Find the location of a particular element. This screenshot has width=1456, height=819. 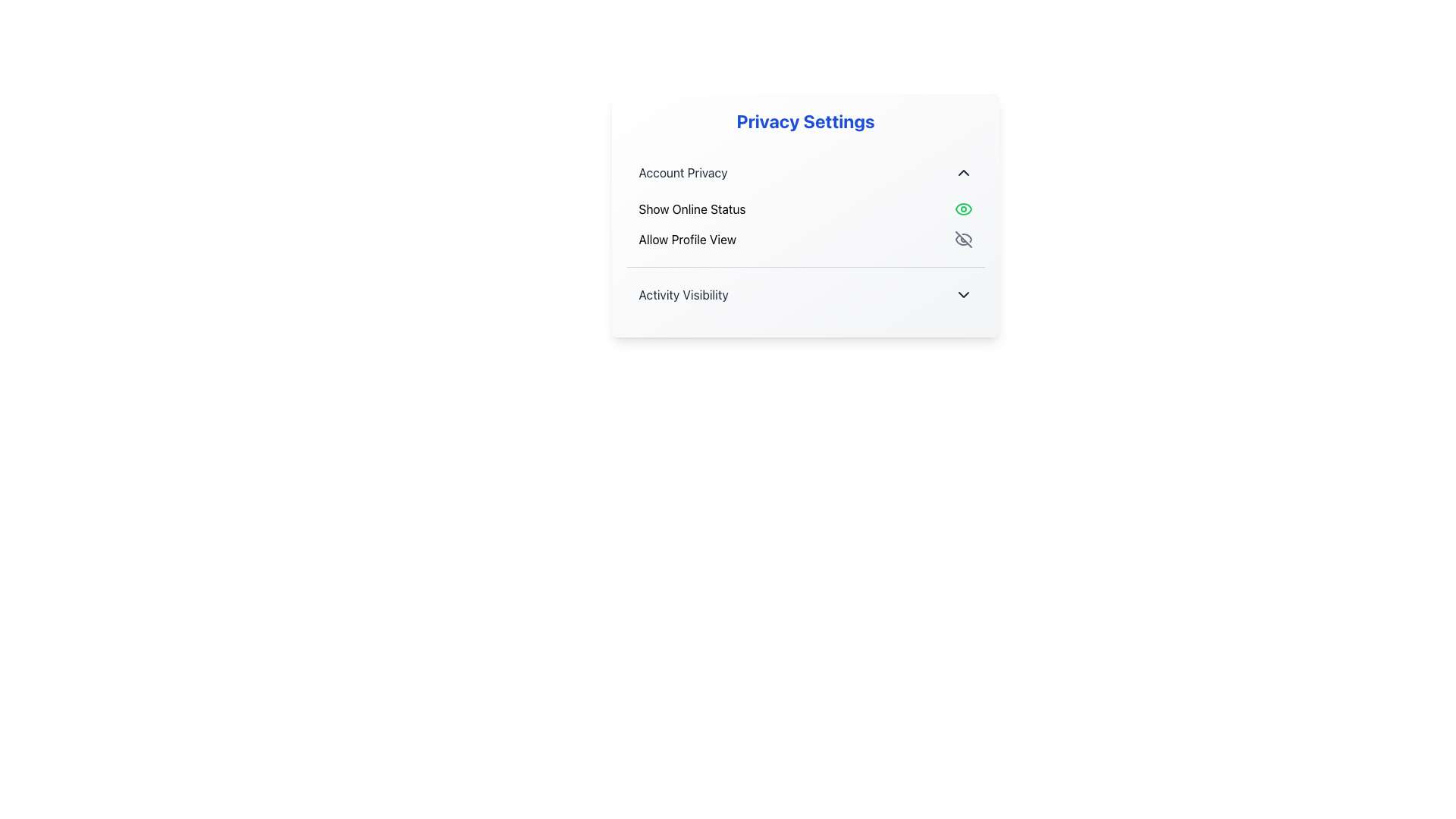

the toggle icon for 'Activity Visibility' located to the far-right of the text, which expands is located at coordinates (962, 295).